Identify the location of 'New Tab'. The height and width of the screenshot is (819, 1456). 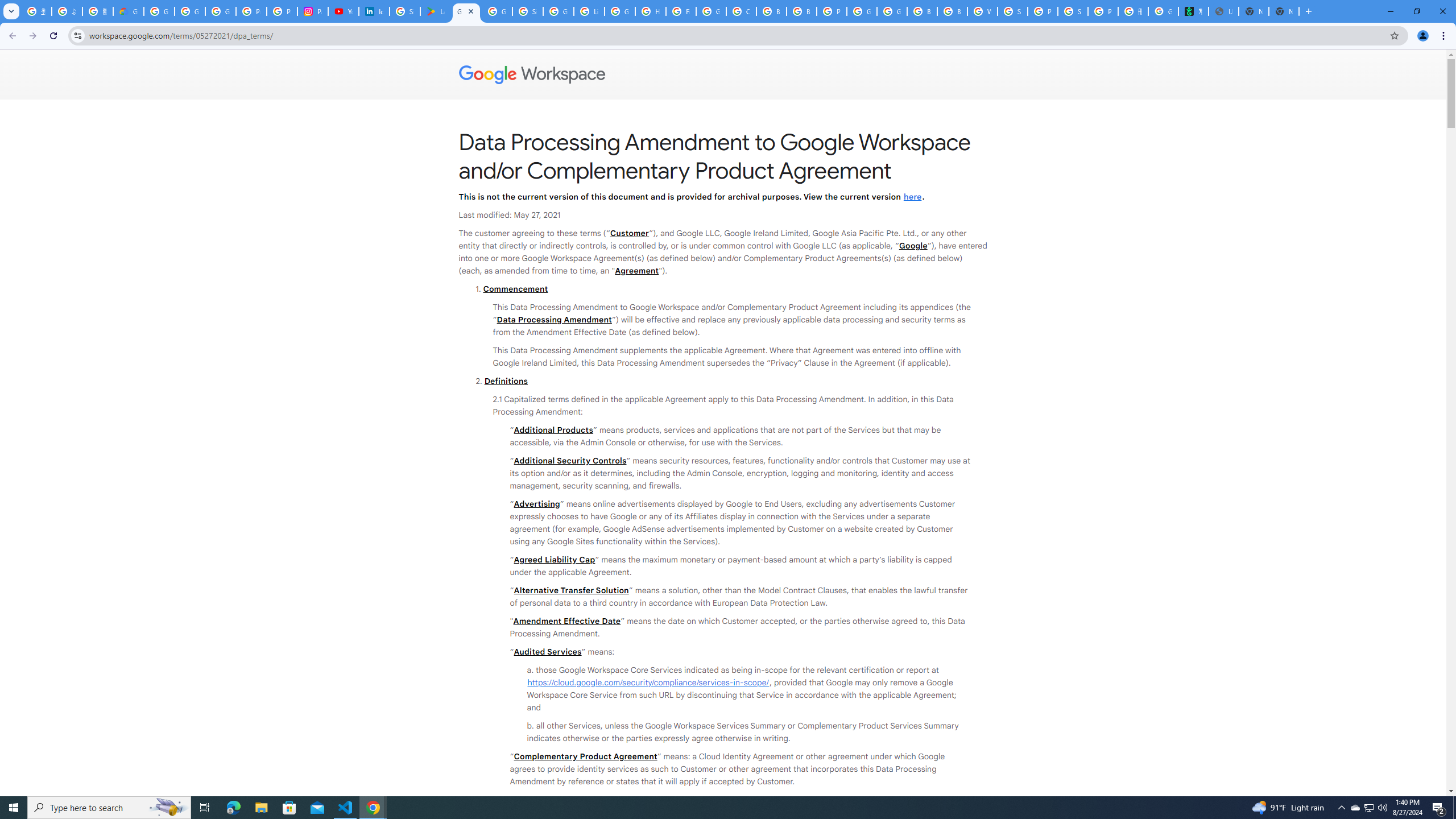
(1284, 11).